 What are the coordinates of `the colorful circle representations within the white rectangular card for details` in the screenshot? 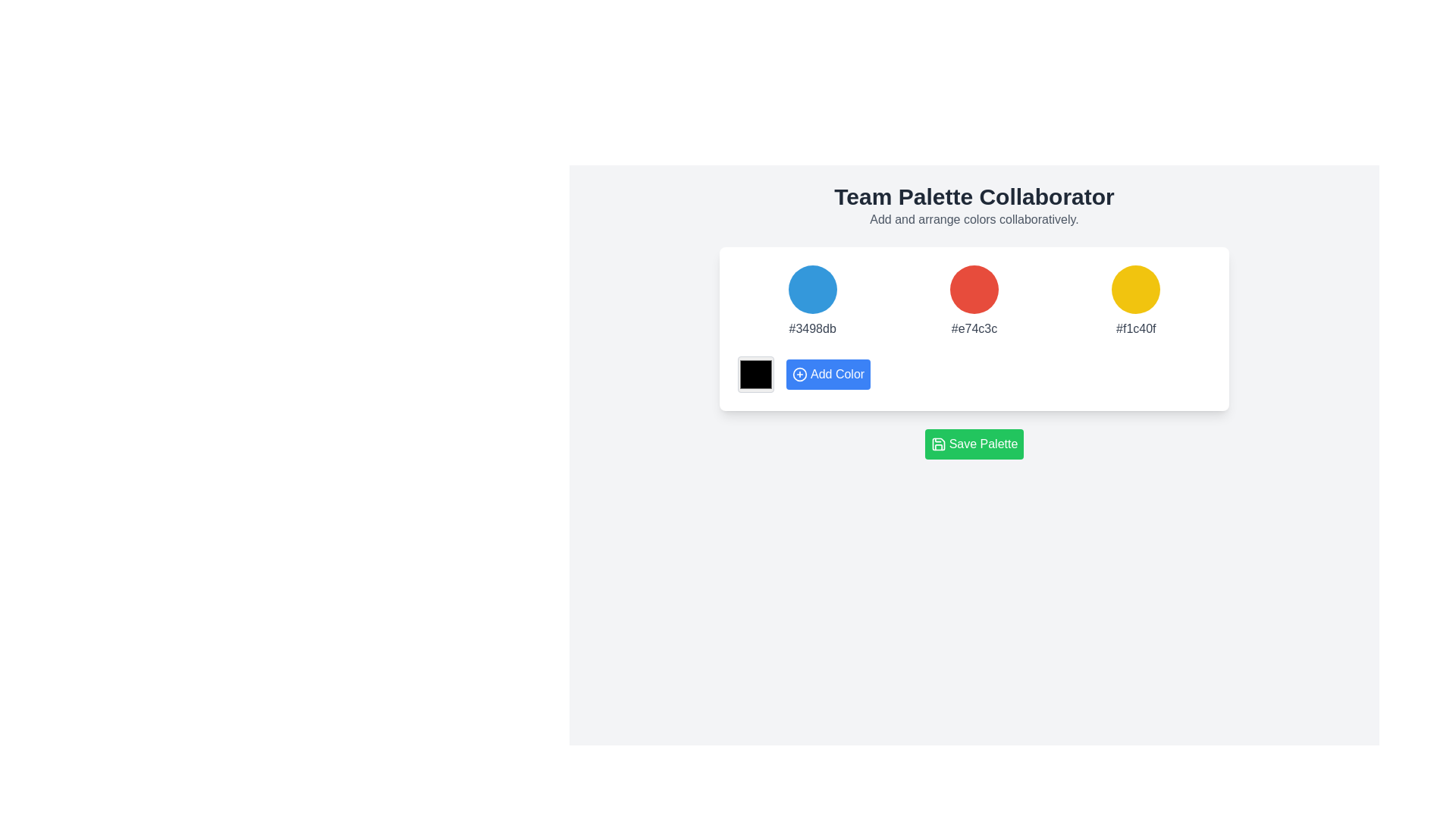 It's located at (974, 328).